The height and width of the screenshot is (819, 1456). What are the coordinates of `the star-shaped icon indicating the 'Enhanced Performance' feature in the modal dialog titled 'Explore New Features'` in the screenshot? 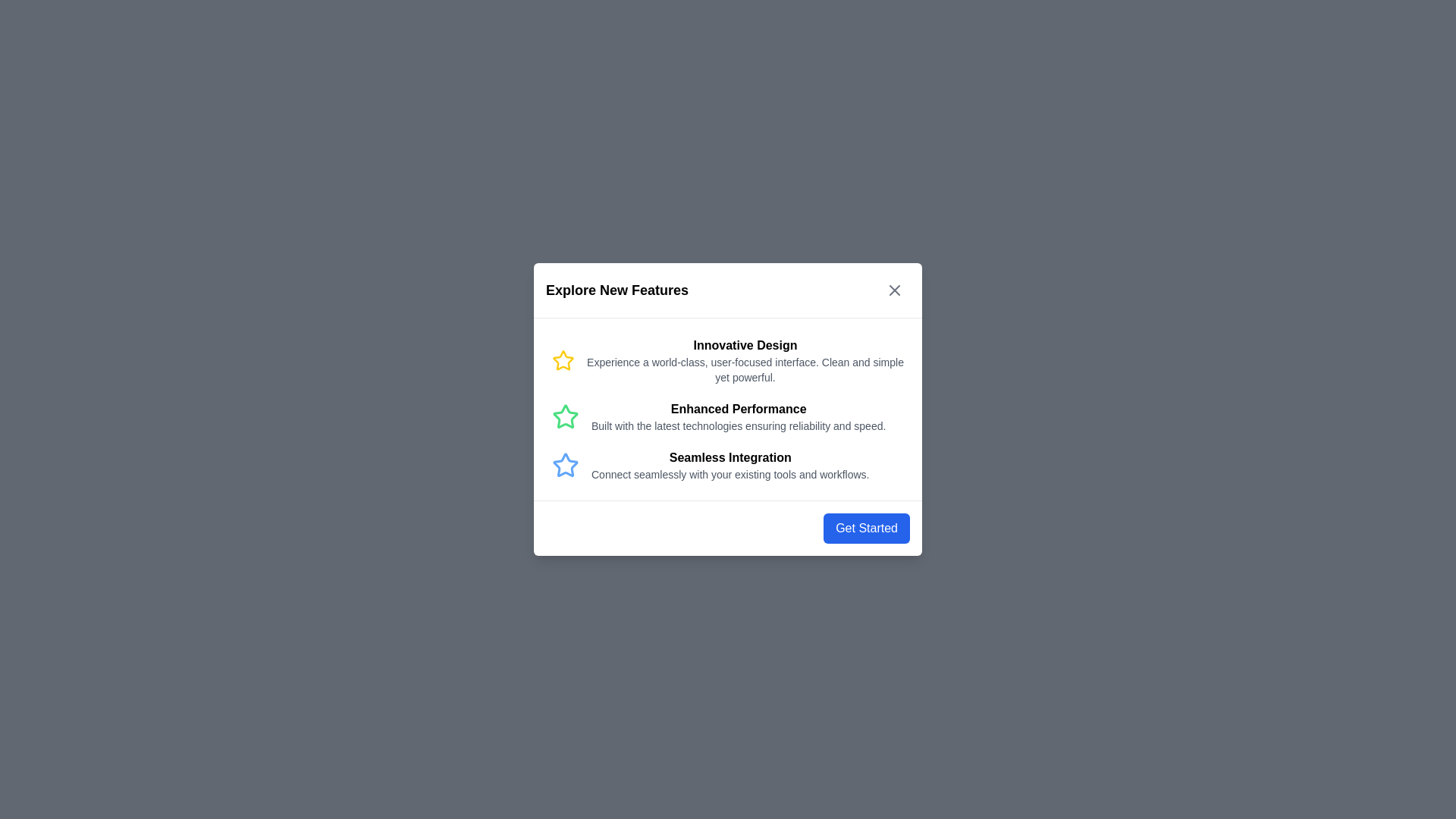 It's located at (564, 416).